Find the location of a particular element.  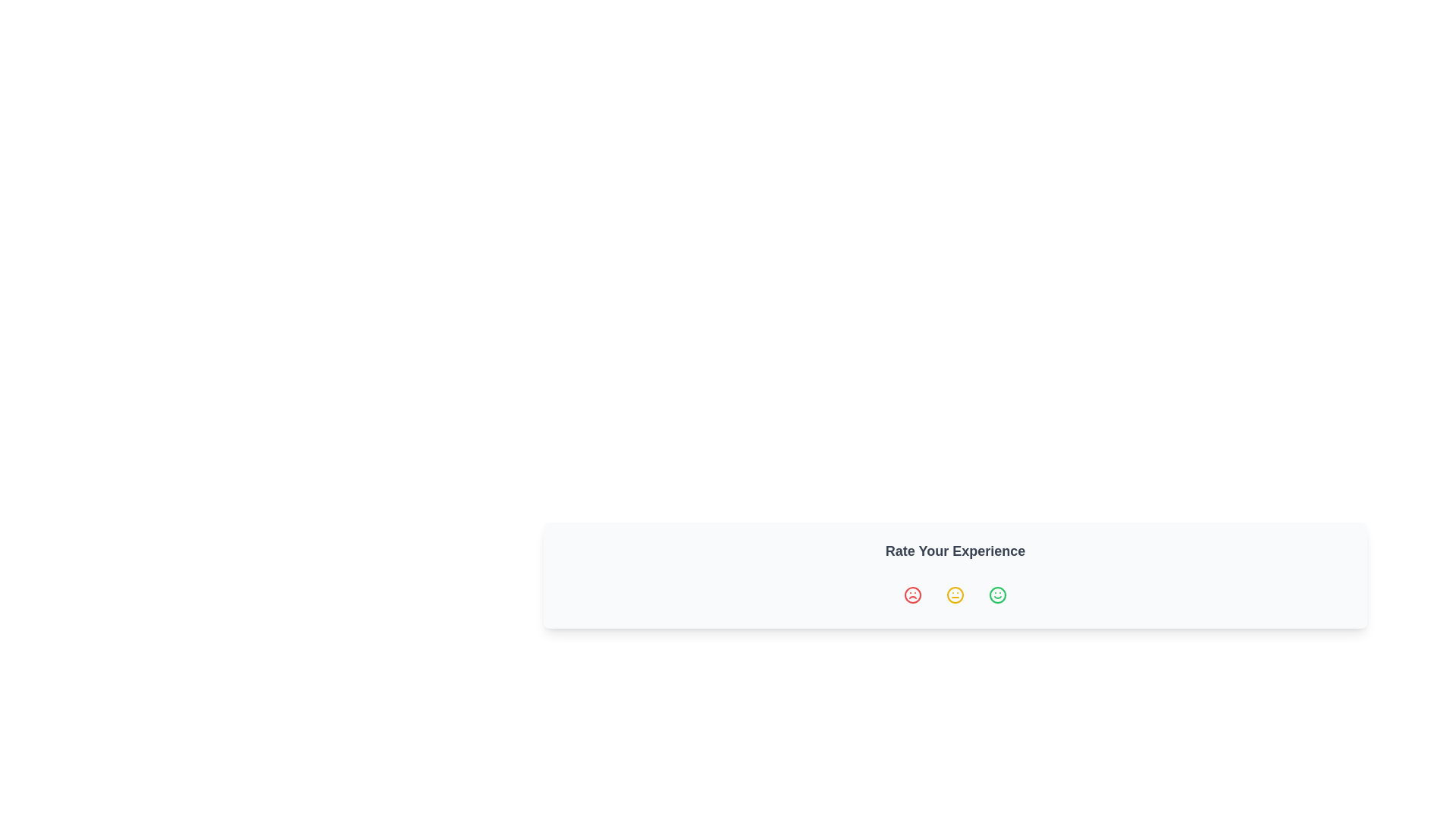

the 'Very Satisfied' rating button located to the right of the neutral face icon in the user feedback interface is located at coordinates (997, 595).